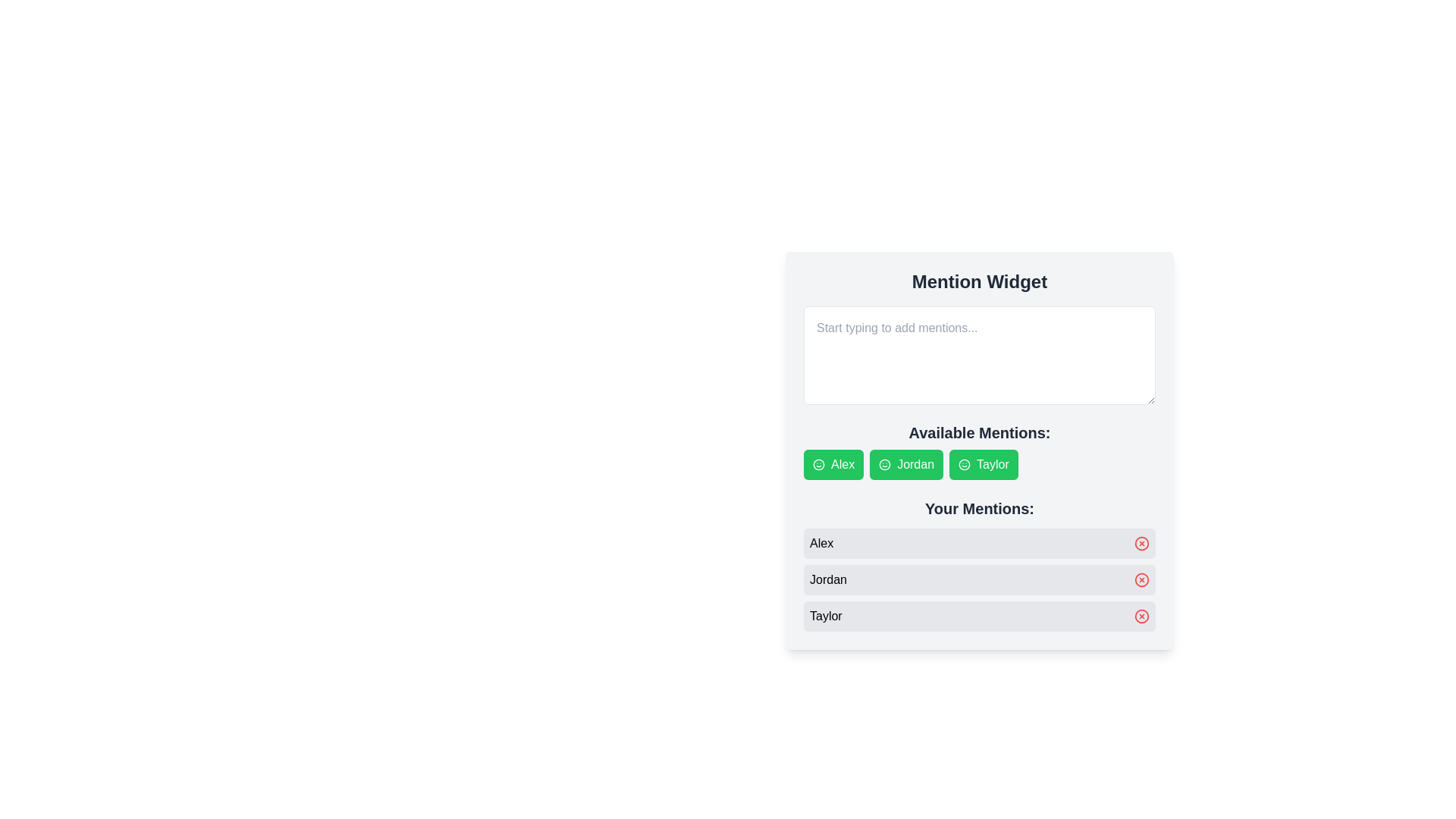 This screenshot has height=819, width=1456. Describe the element at coordinates (825, 617) in the screenshot. I see `the text label displaying 'Taylor' located in the third item of the 'Your Mentions' section, below the labels 'Alex' and 'Jordan'` at that location.